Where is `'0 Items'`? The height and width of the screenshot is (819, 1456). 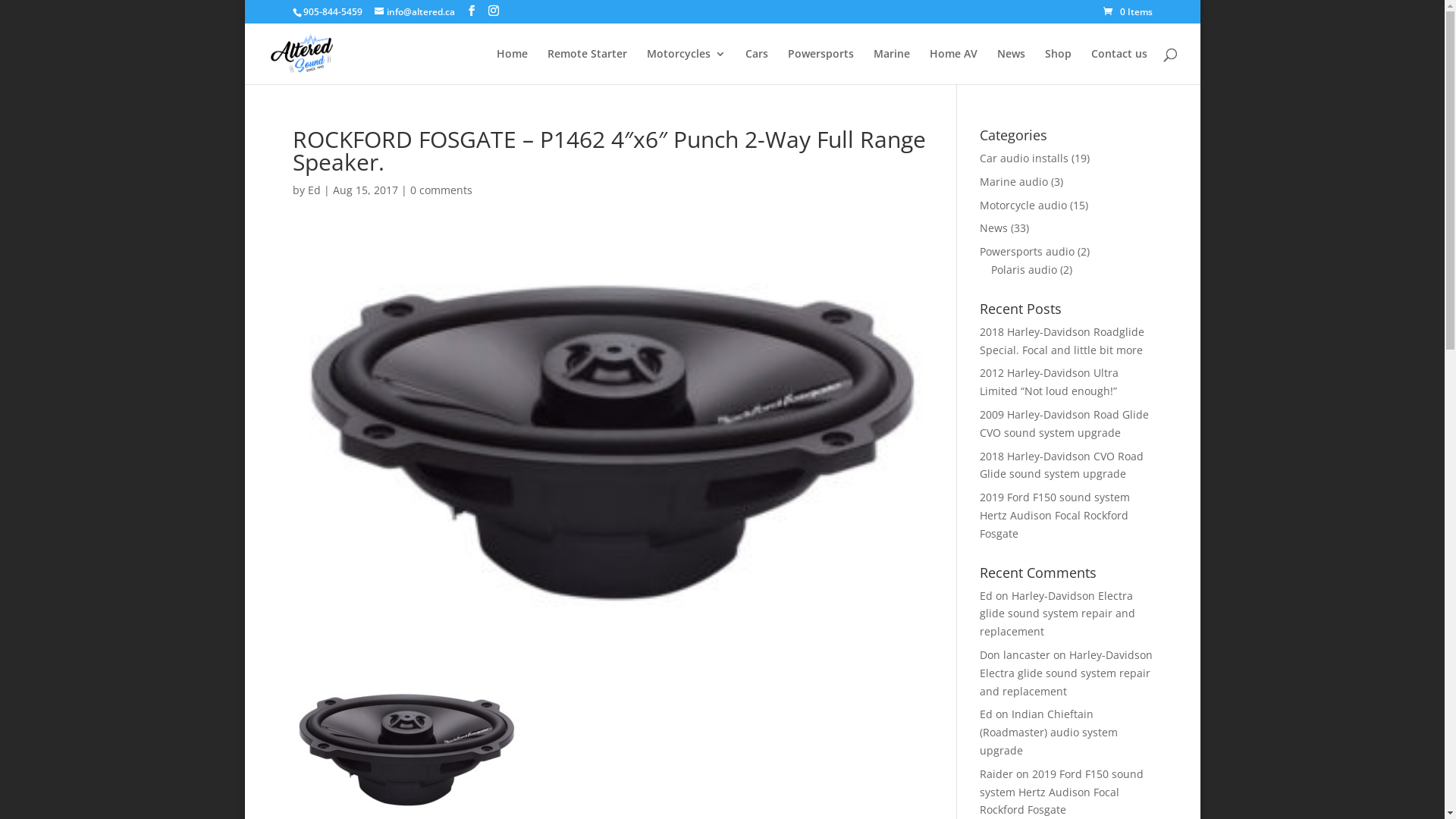
'0 Items' is located at coordinates (1103, 11).